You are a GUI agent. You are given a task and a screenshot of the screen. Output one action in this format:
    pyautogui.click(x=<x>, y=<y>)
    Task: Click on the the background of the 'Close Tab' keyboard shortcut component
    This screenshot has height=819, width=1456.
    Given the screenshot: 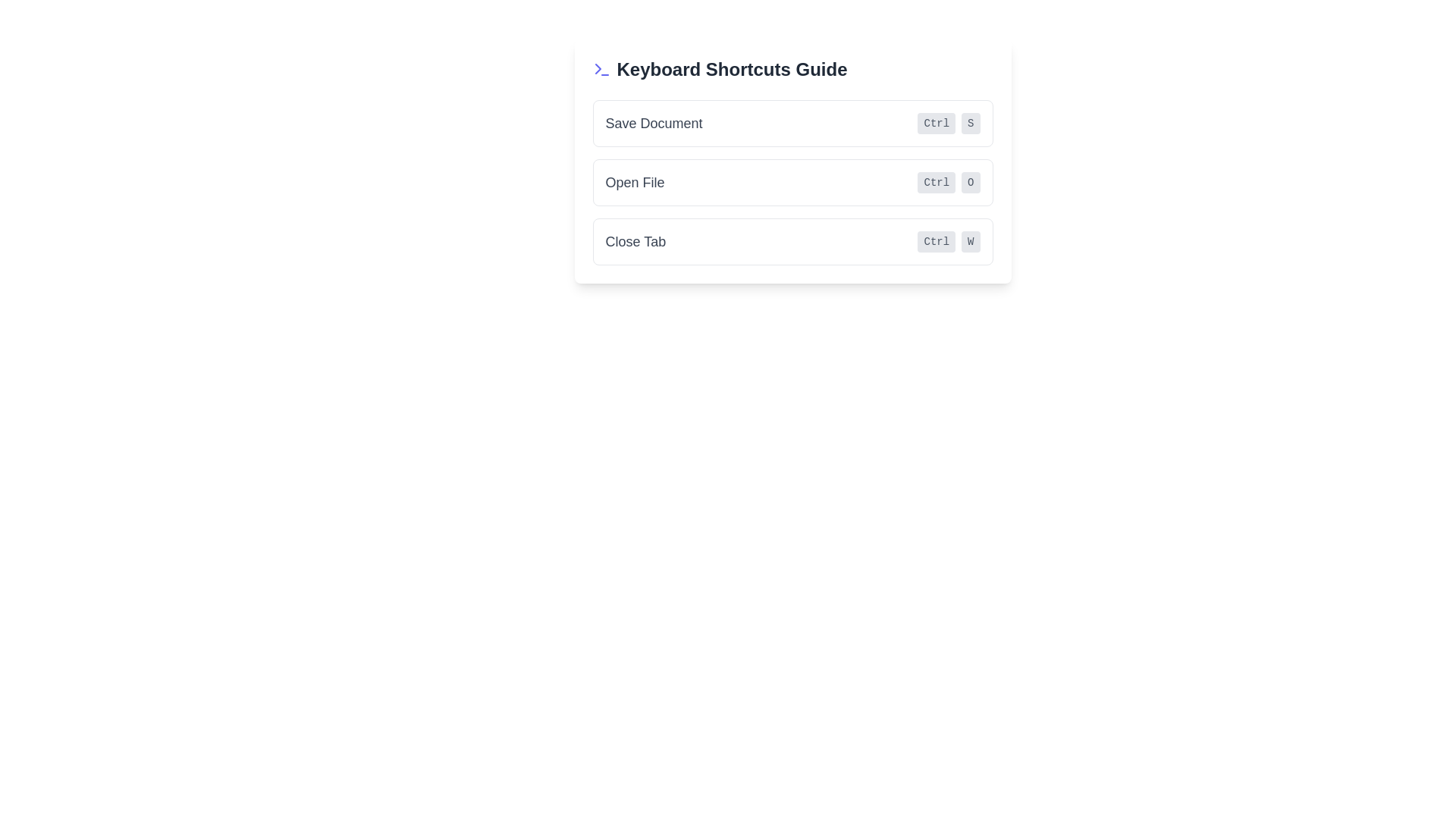 What is the action you would take?
    pyautogui.click(x=792, y=241)
    